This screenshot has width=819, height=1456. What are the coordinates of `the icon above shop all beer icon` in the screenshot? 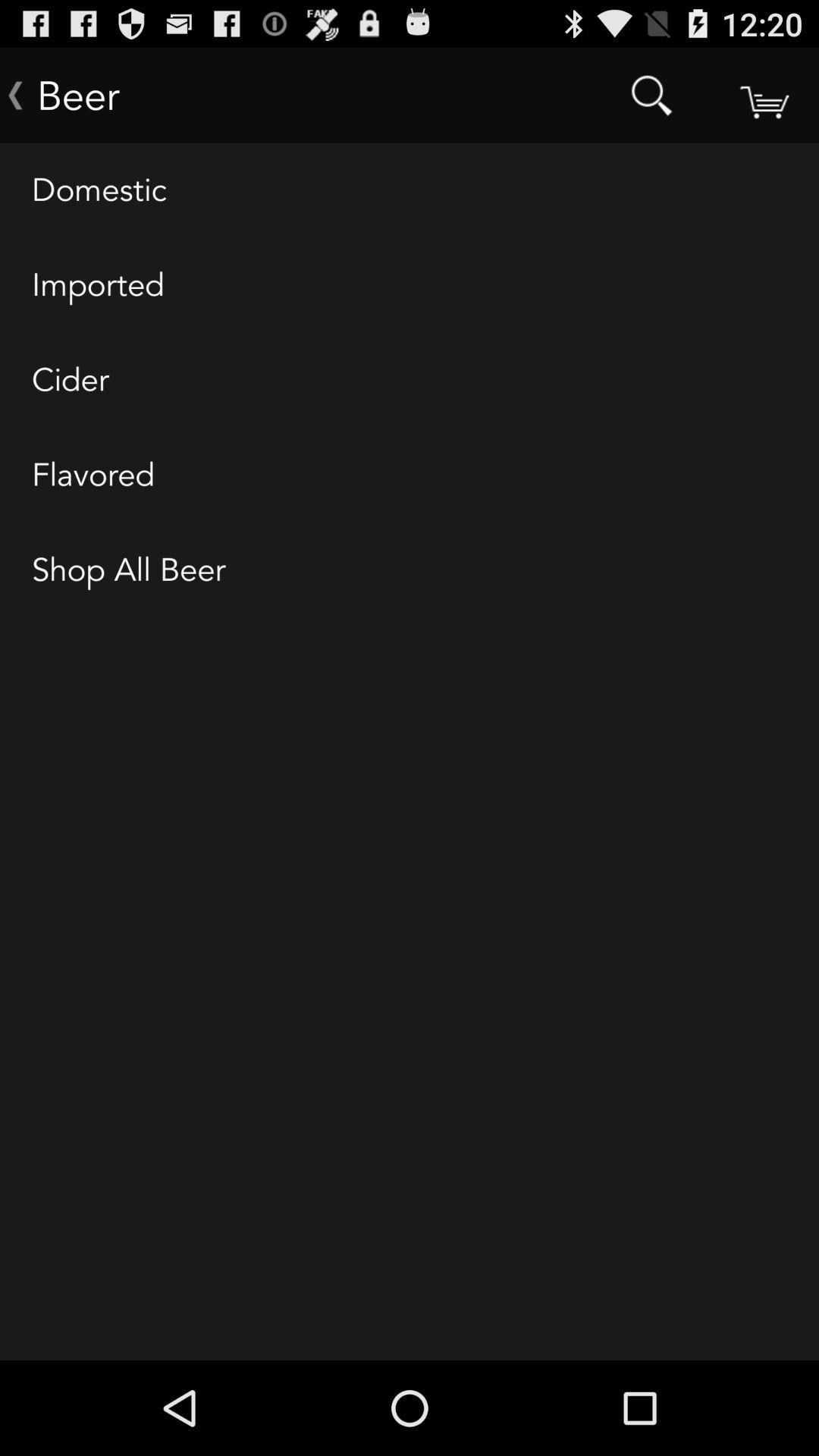 It's located at (409, 475).